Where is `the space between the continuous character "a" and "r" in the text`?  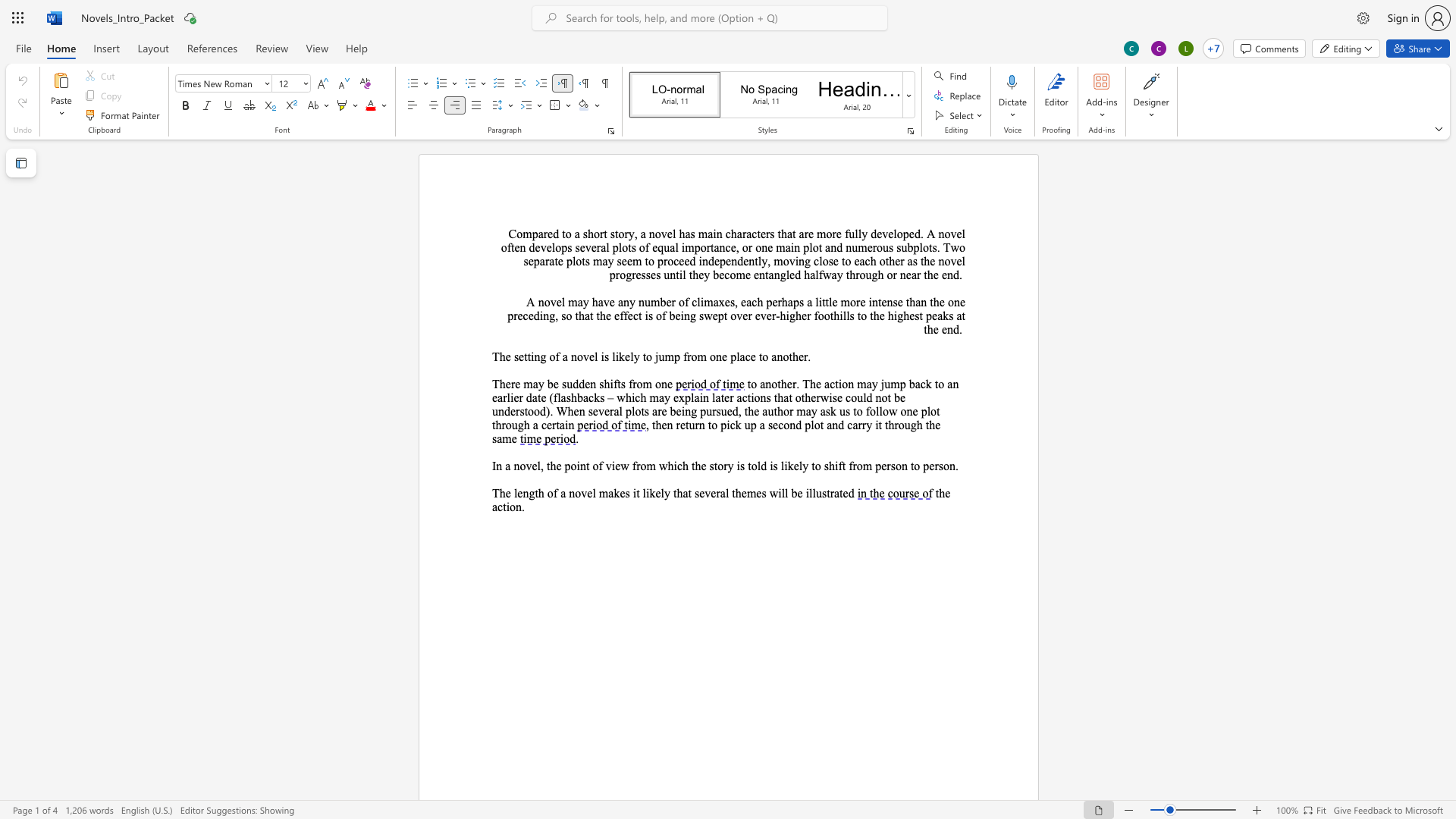
the space between the continuous character "a" and "r" in the text is located at coordinates (544, 260).